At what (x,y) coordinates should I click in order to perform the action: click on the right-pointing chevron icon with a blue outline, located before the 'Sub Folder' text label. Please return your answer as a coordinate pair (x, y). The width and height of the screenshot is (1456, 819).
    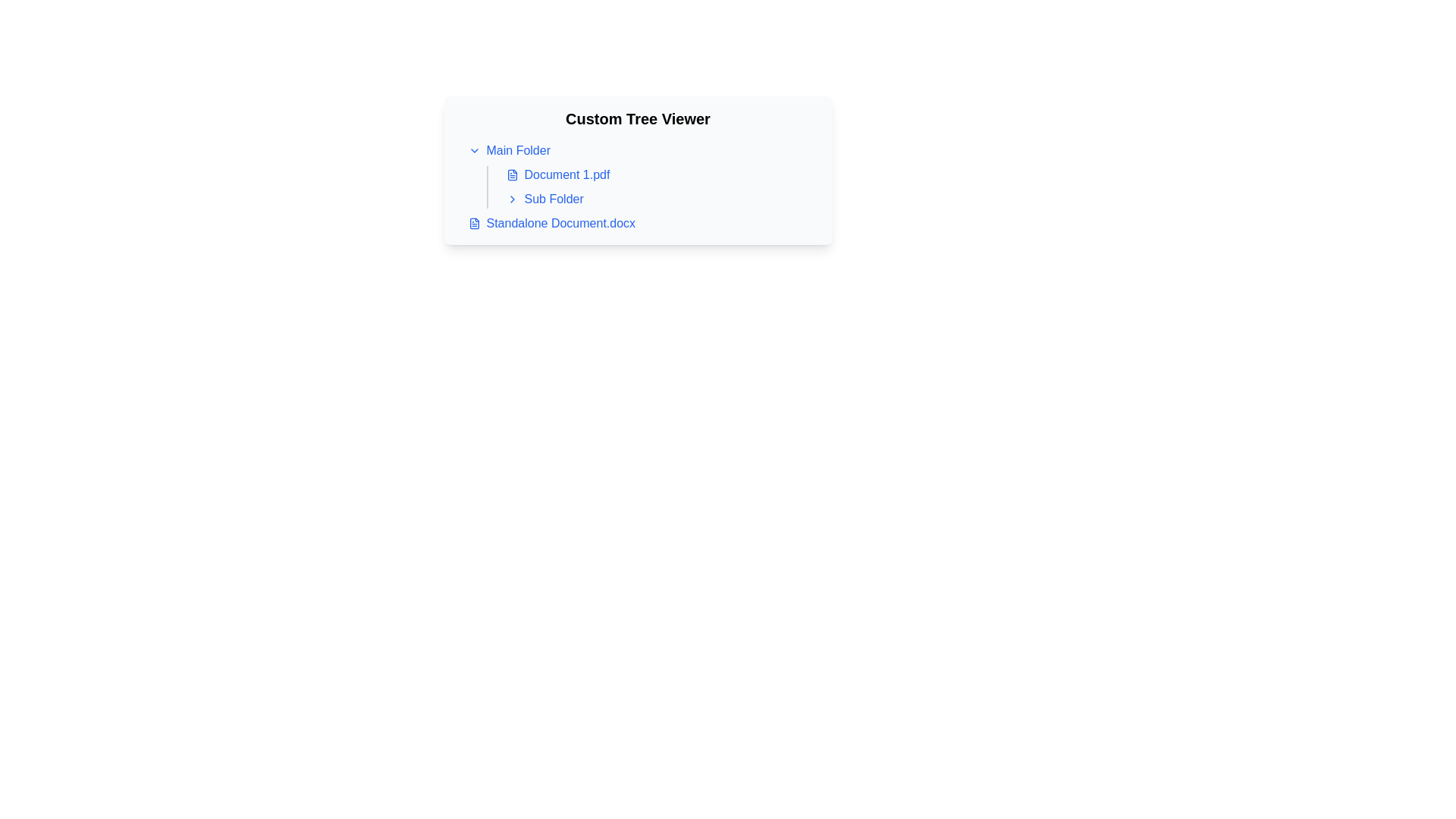
    Looking at the image, I should click on (512, 198).